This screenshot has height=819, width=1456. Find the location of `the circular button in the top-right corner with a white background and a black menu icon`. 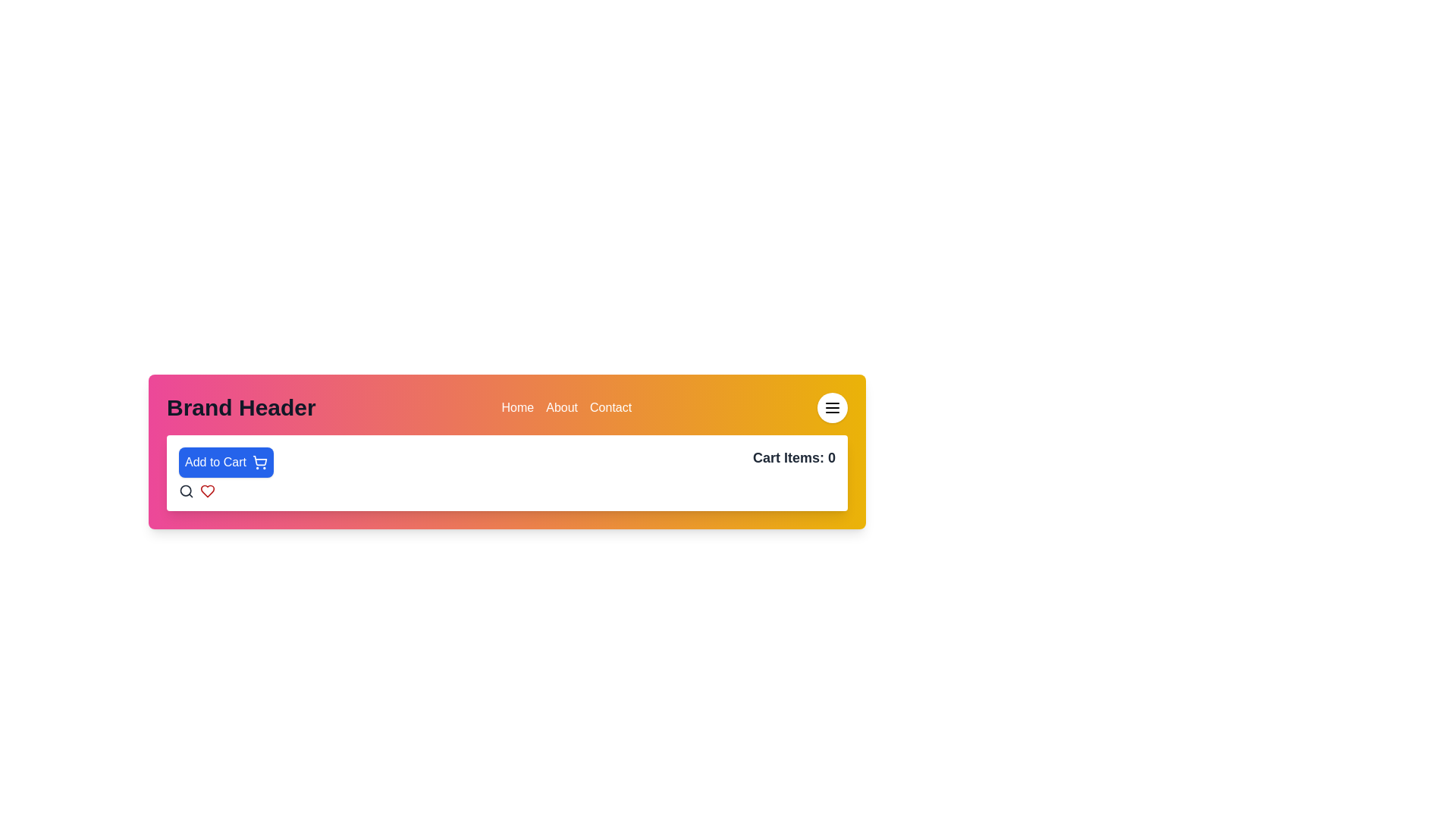

the circular button in the top-right corner with a white background and a black menu icon is located at coordinates (832, 406).